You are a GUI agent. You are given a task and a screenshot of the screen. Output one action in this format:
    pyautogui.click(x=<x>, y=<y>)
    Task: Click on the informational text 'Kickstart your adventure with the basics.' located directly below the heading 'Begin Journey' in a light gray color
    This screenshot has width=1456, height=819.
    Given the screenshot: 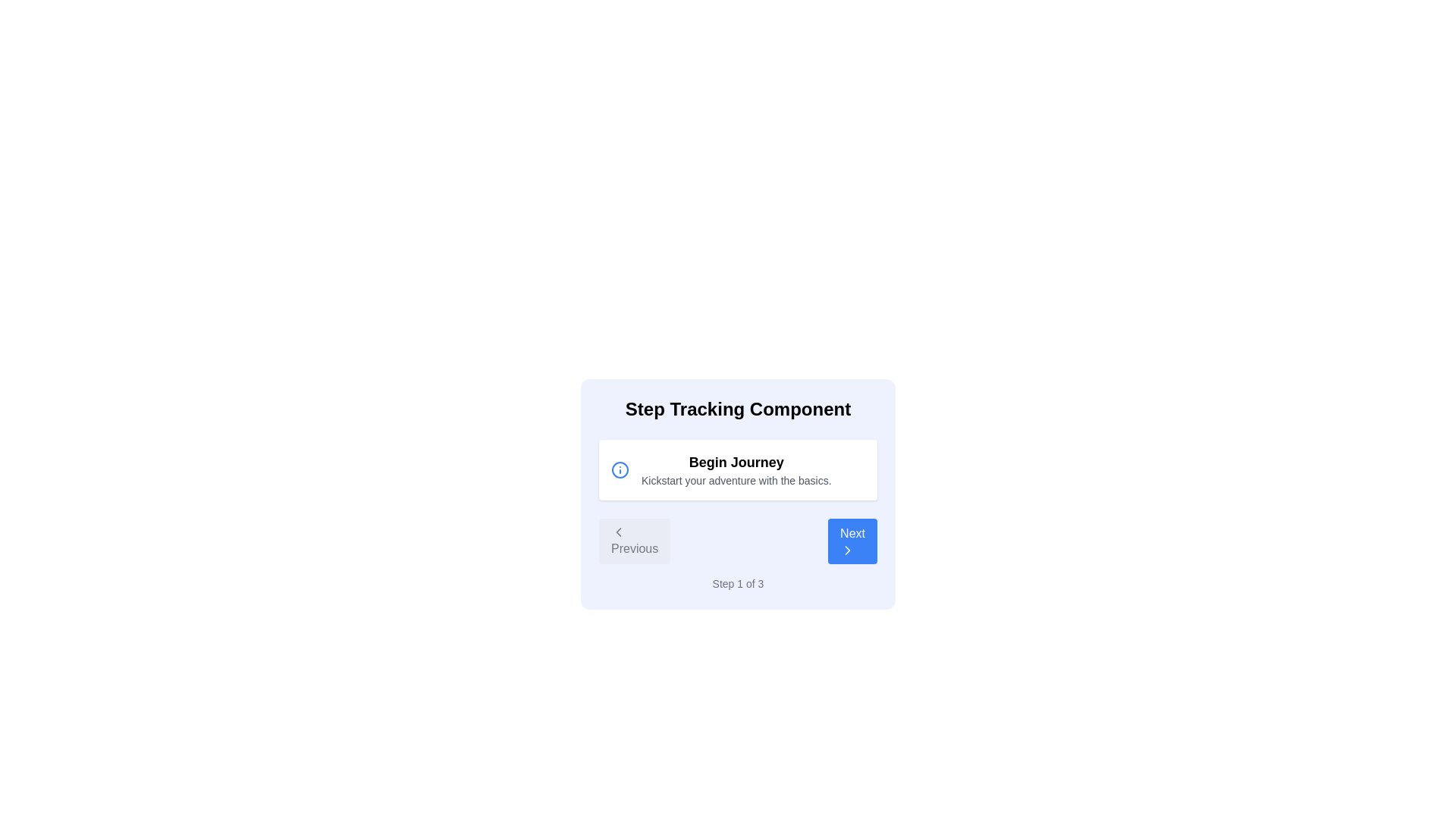 What is the action you would take?
    pyautogui.click(x=736, y=480)
    